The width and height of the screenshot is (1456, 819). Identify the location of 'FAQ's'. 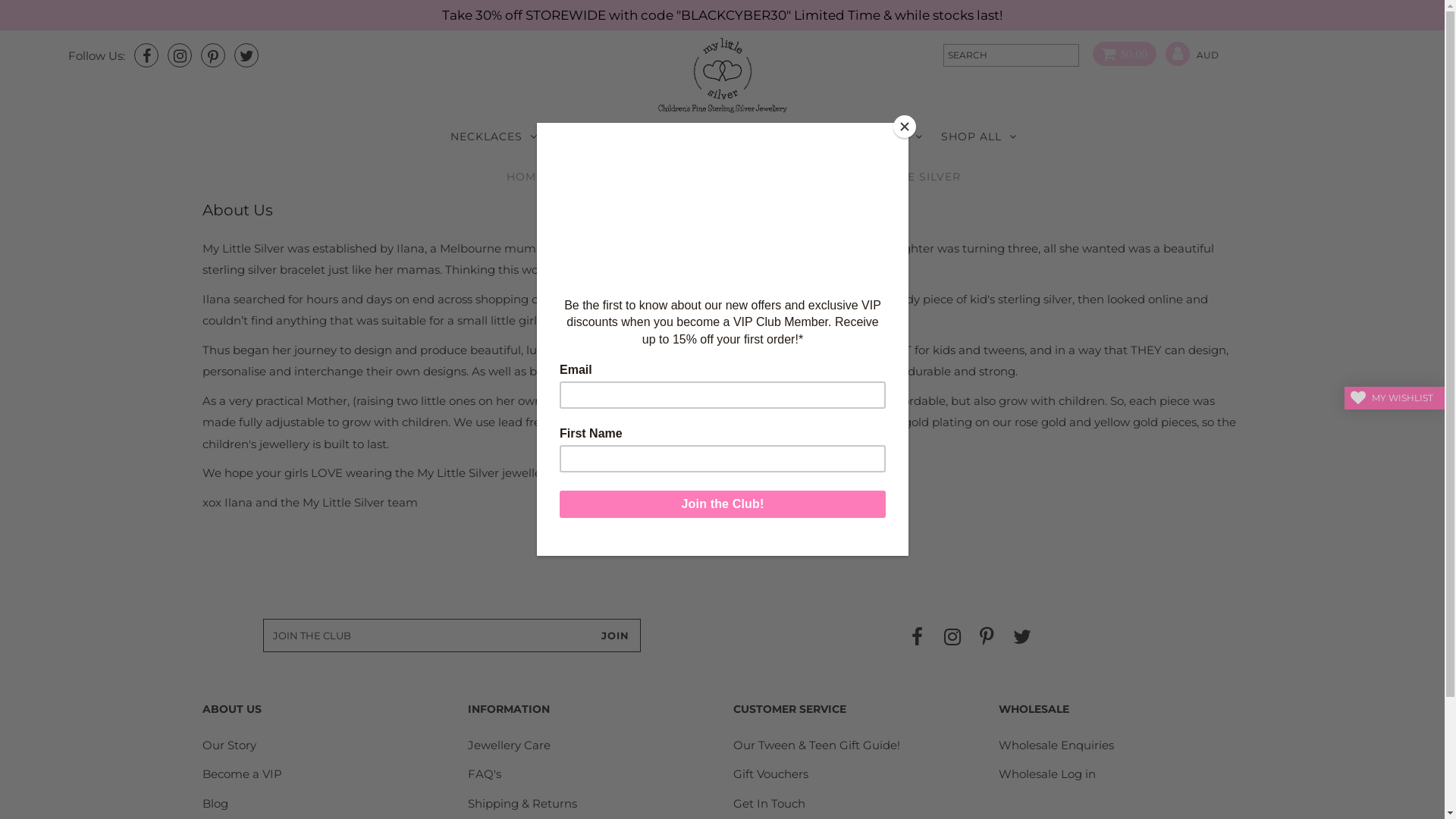
(483, 773).